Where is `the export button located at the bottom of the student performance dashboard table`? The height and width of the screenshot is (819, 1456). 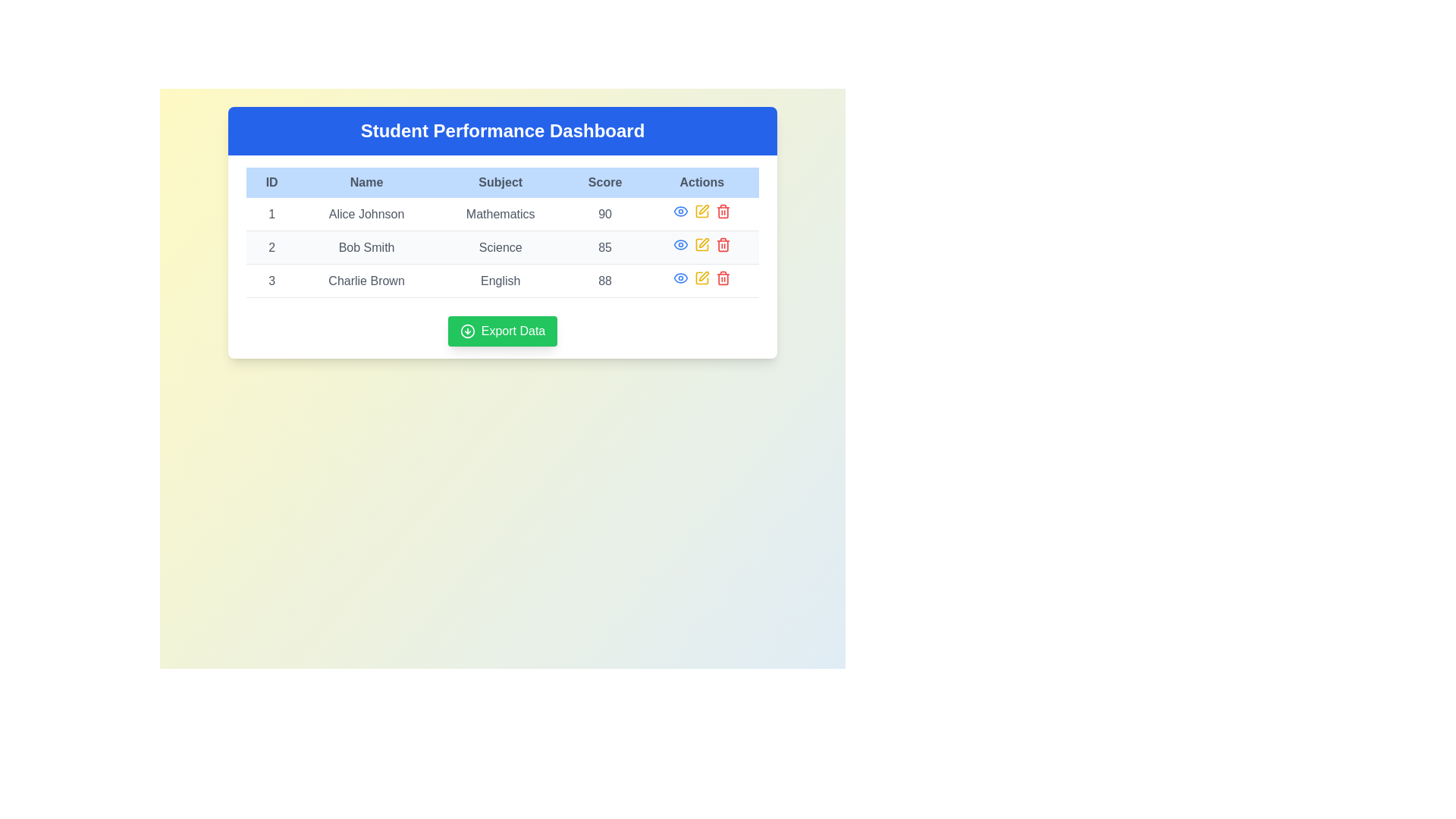 the export button located at the bottom of the student performance dashboard table is located at coordinates (502, 330).